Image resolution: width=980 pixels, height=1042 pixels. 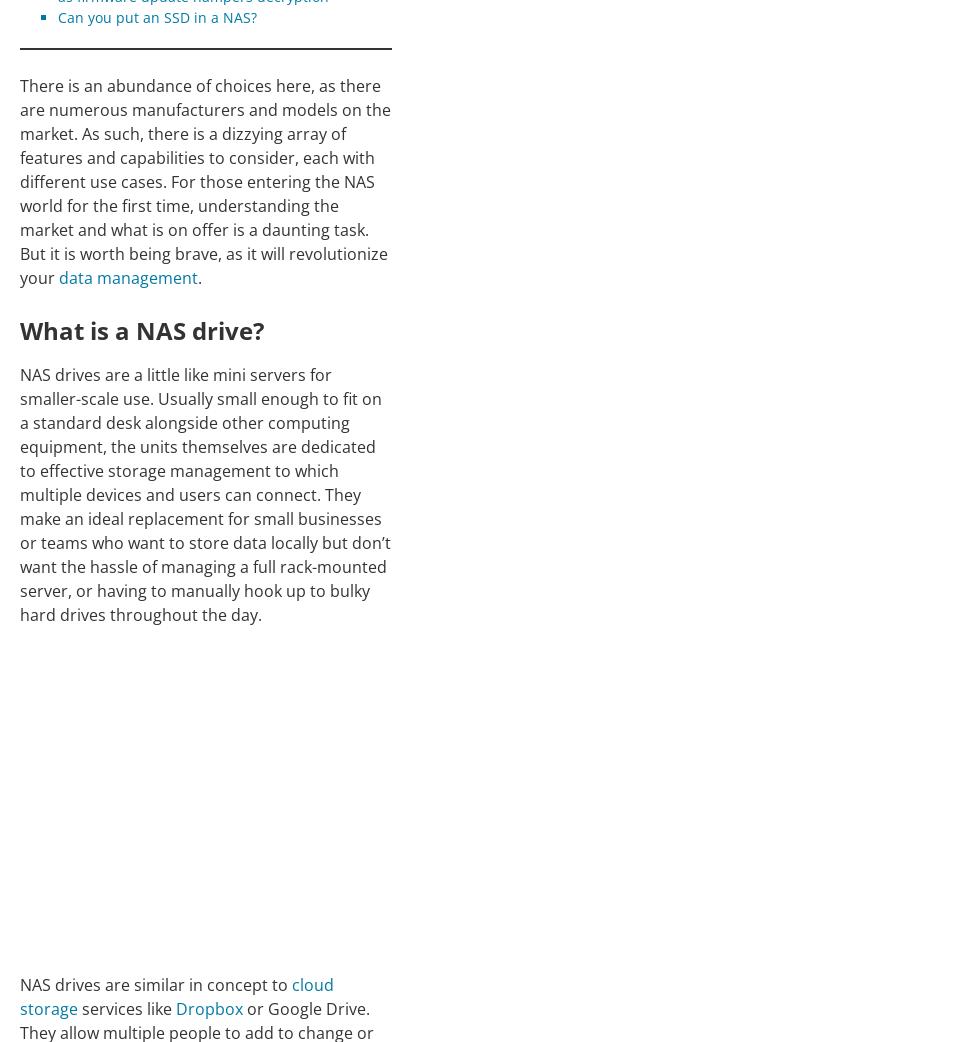 What do you see at coordinates (176, 996) in the screenshot?
I see `'cloud storage'` at bounding box center [176, 996].